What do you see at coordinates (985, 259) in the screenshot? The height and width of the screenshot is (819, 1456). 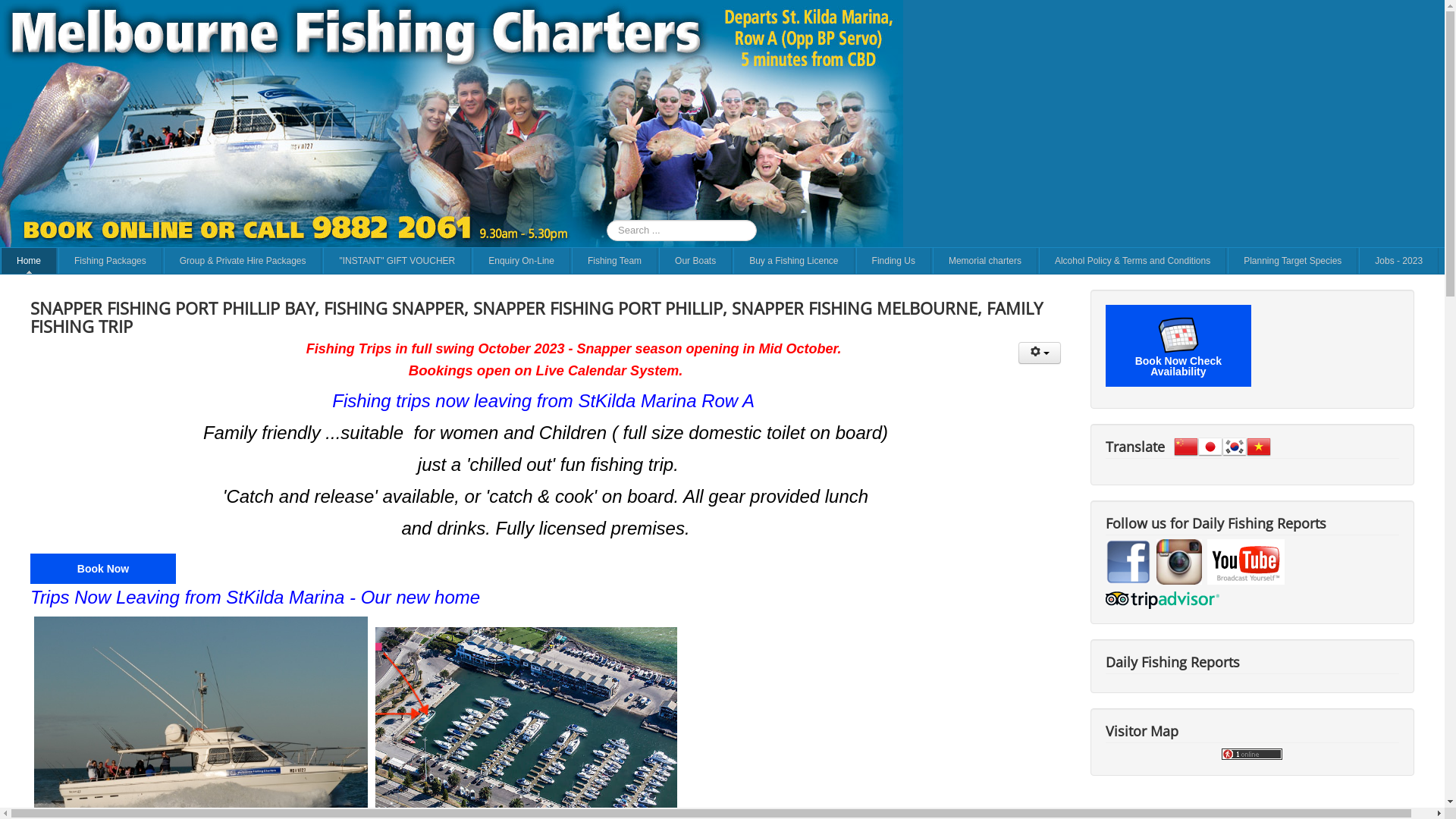 I see `'Memorial charters'` at bounding box center [985, 259].